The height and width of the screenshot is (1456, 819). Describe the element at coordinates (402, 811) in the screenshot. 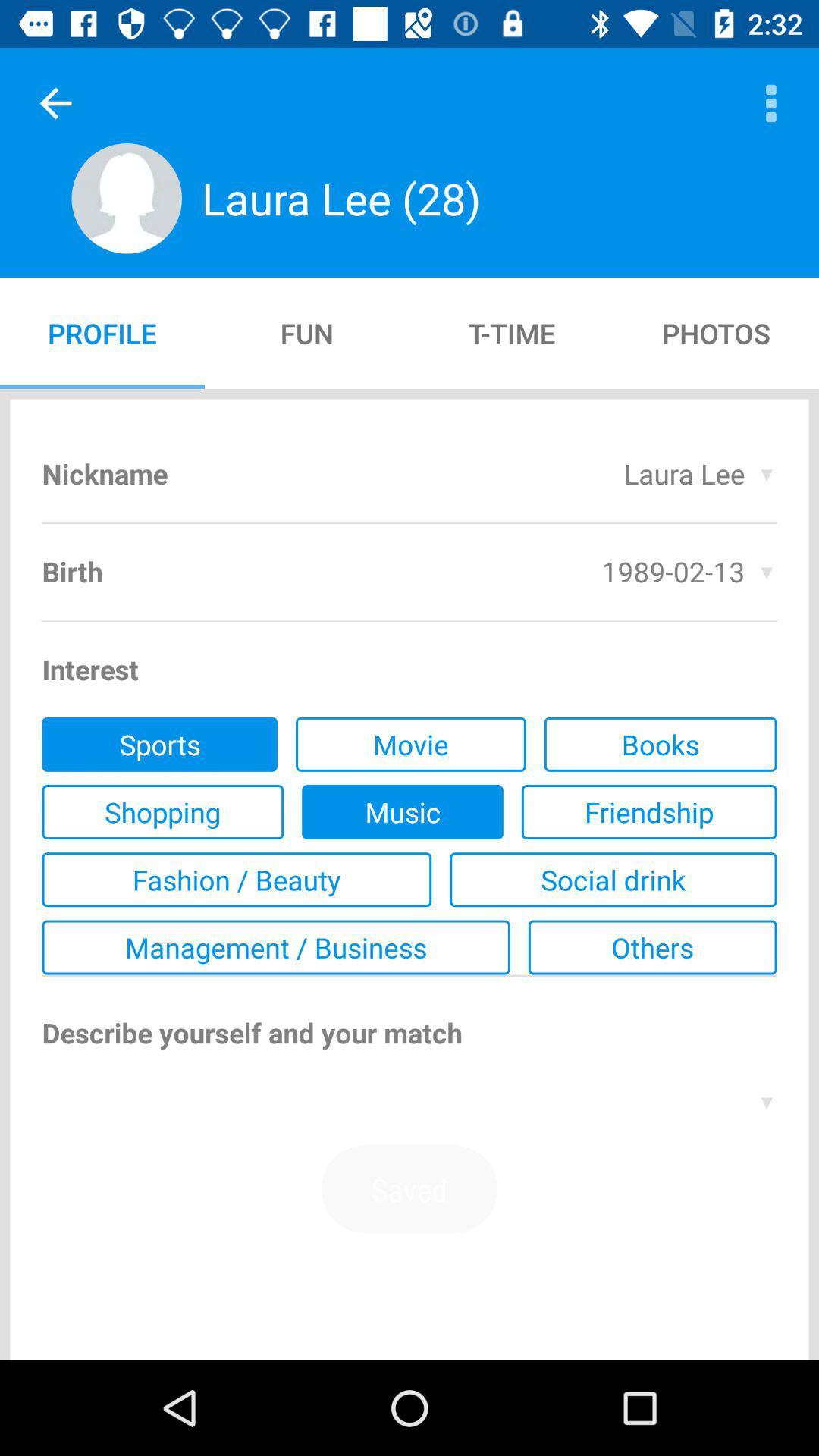

I see `item next to friendship icon` at that location.